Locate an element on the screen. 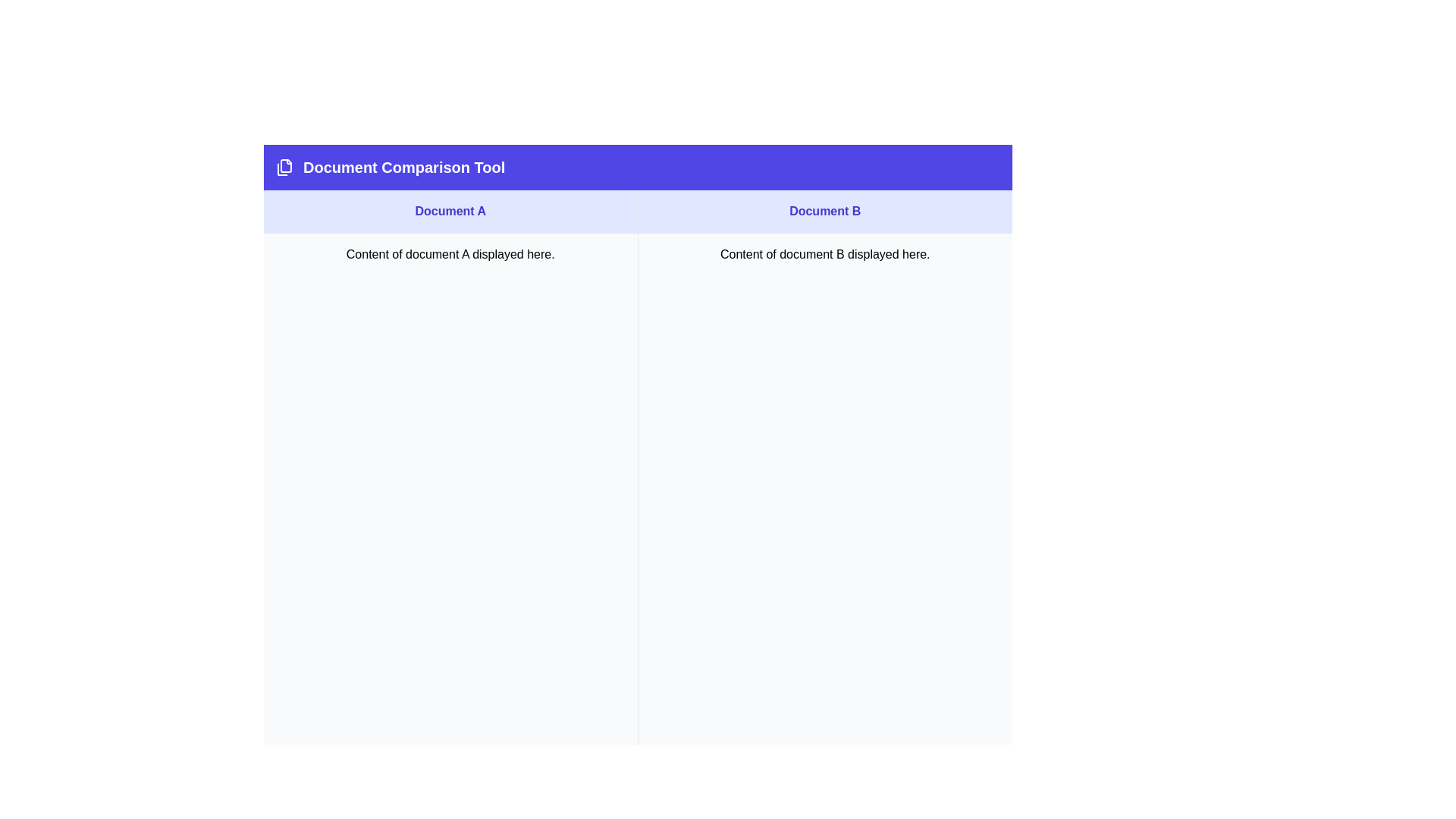 The image size is (1456, 819). the header displaying 'Document B' in bold font with a soft indigo background, located at the top right of a two-column layout is located at coordinates (824, 212).